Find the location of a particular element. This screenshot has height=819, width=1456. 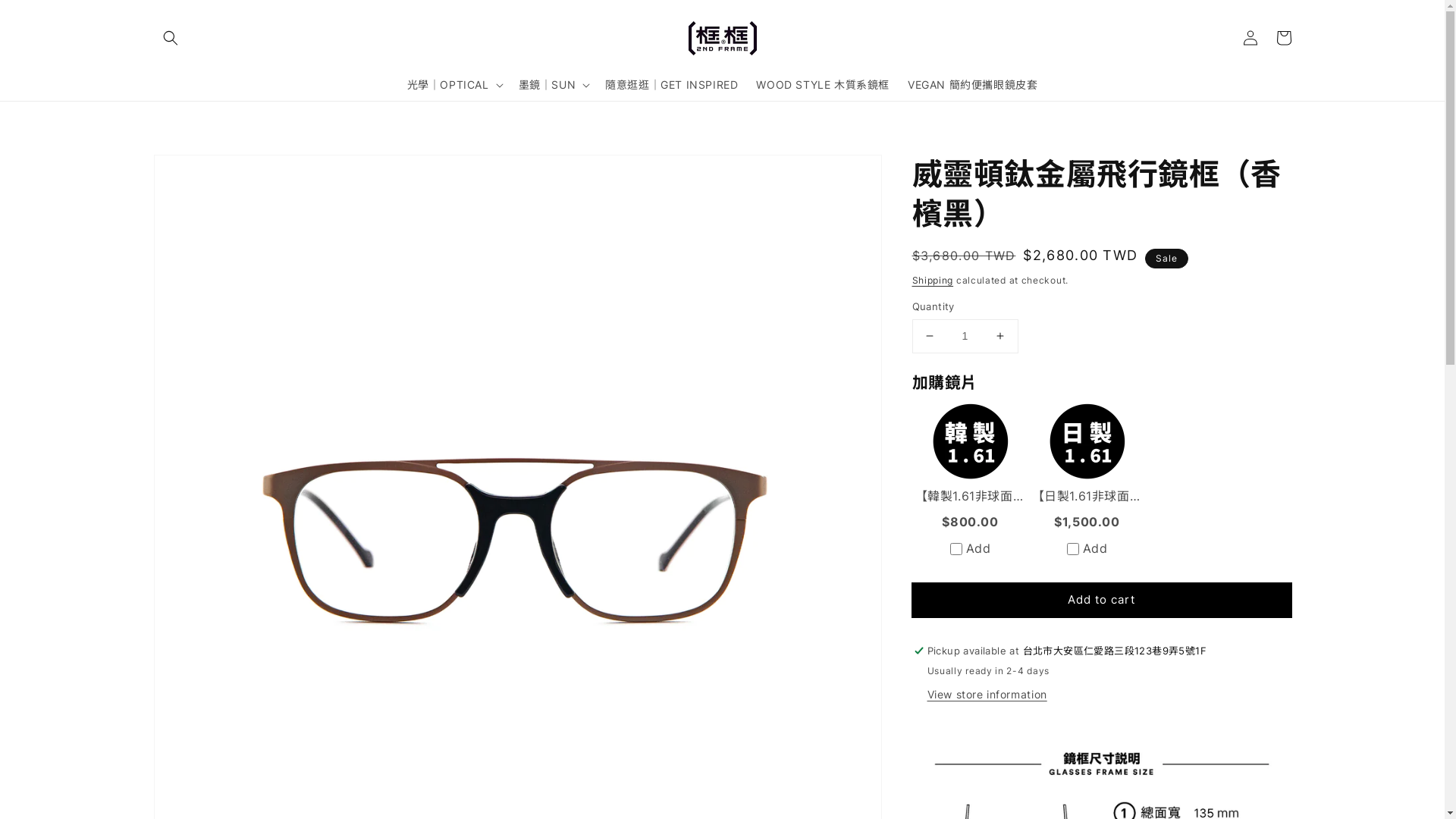

'Cart' is located at coordinates (1266, 37).